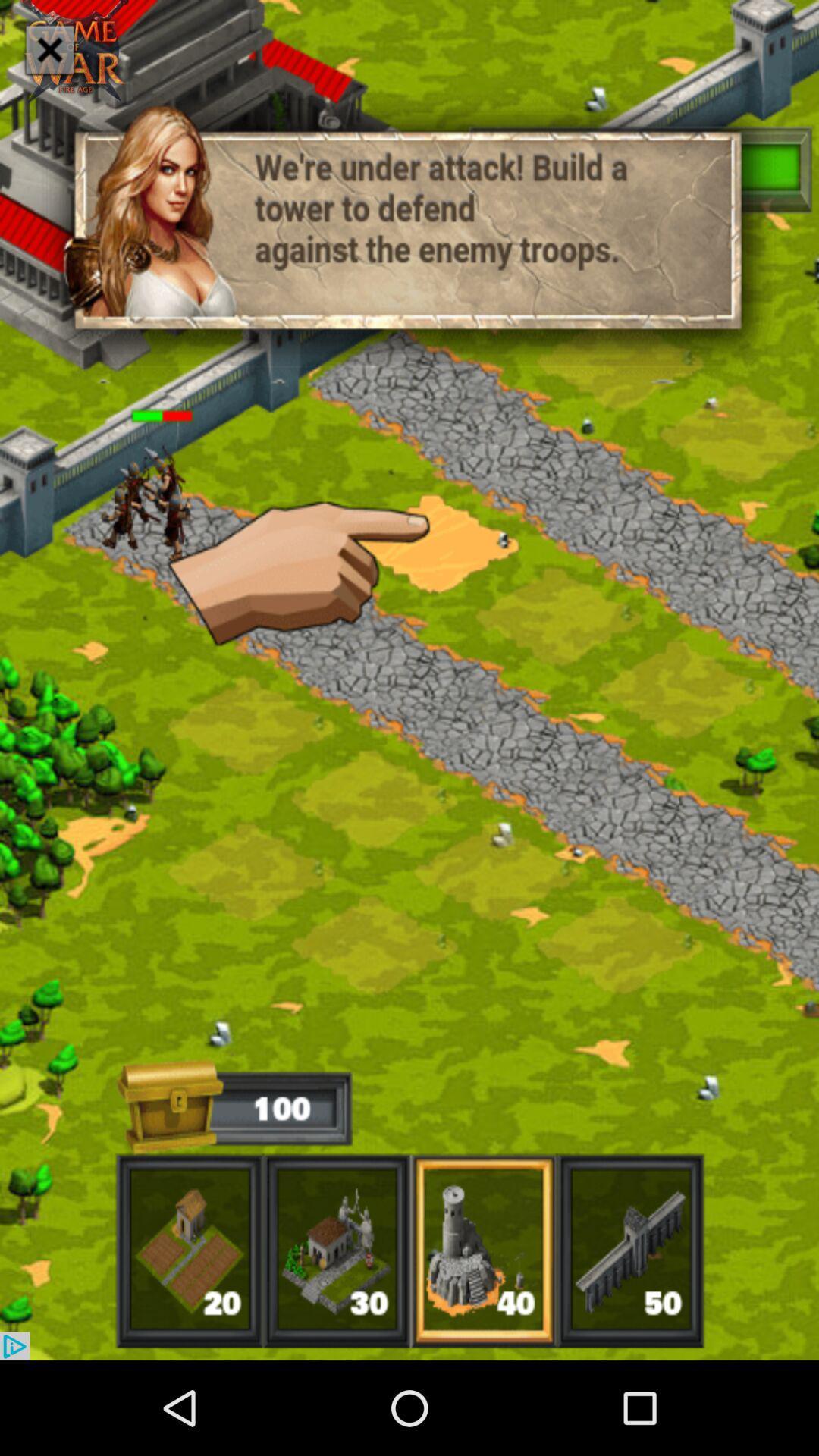 This screenshot has width=819, height=1456. Describe the element at coordinates (49, 49) in the screenshot. I see `the close icon` at that location.